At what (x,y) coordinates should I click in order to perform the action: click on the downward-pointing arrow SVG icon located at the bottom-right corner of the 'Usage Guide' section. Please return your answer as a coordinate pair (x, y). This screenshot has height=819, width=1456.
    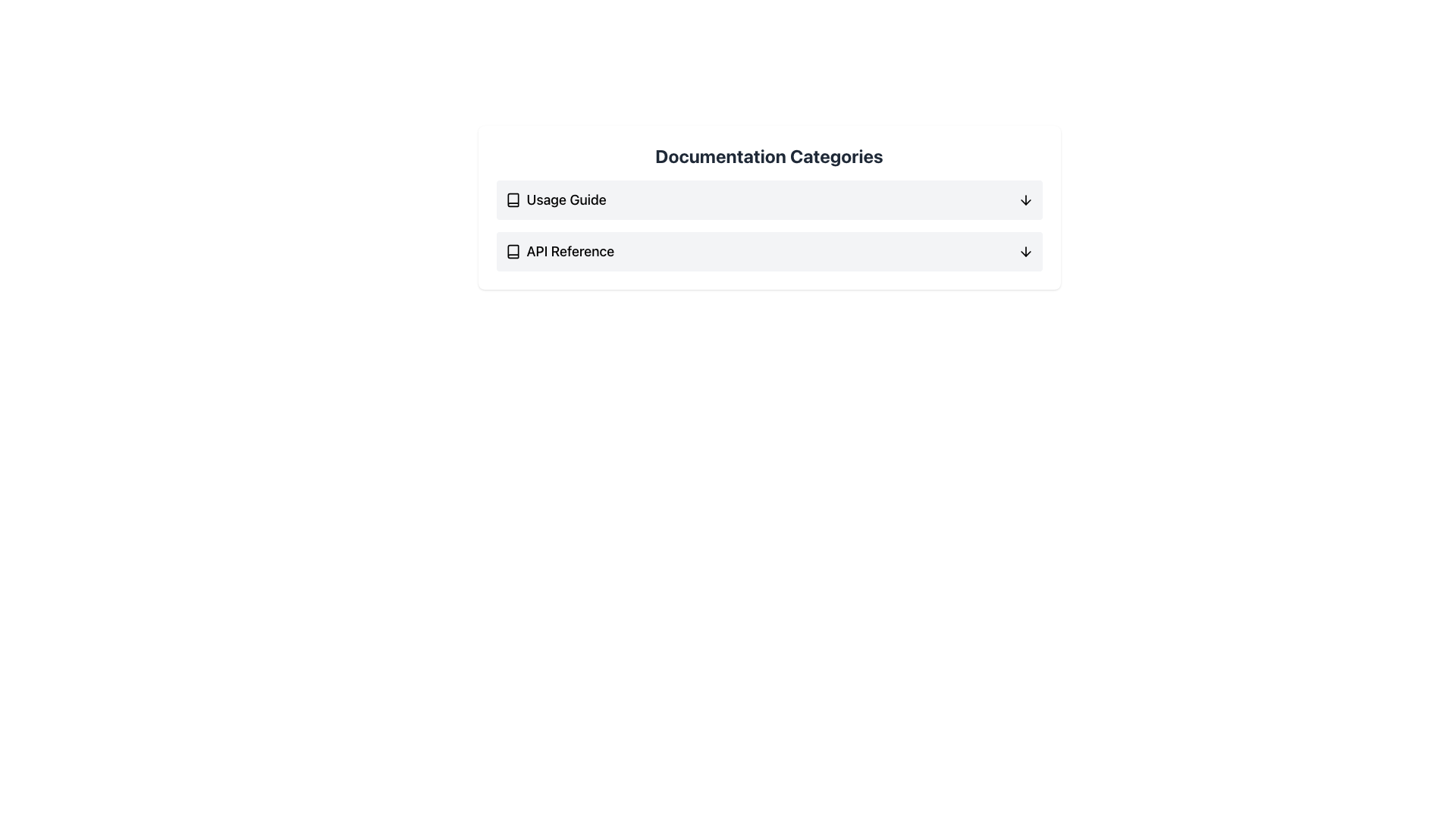
    Looking at the image, I should click on (1025, 199).